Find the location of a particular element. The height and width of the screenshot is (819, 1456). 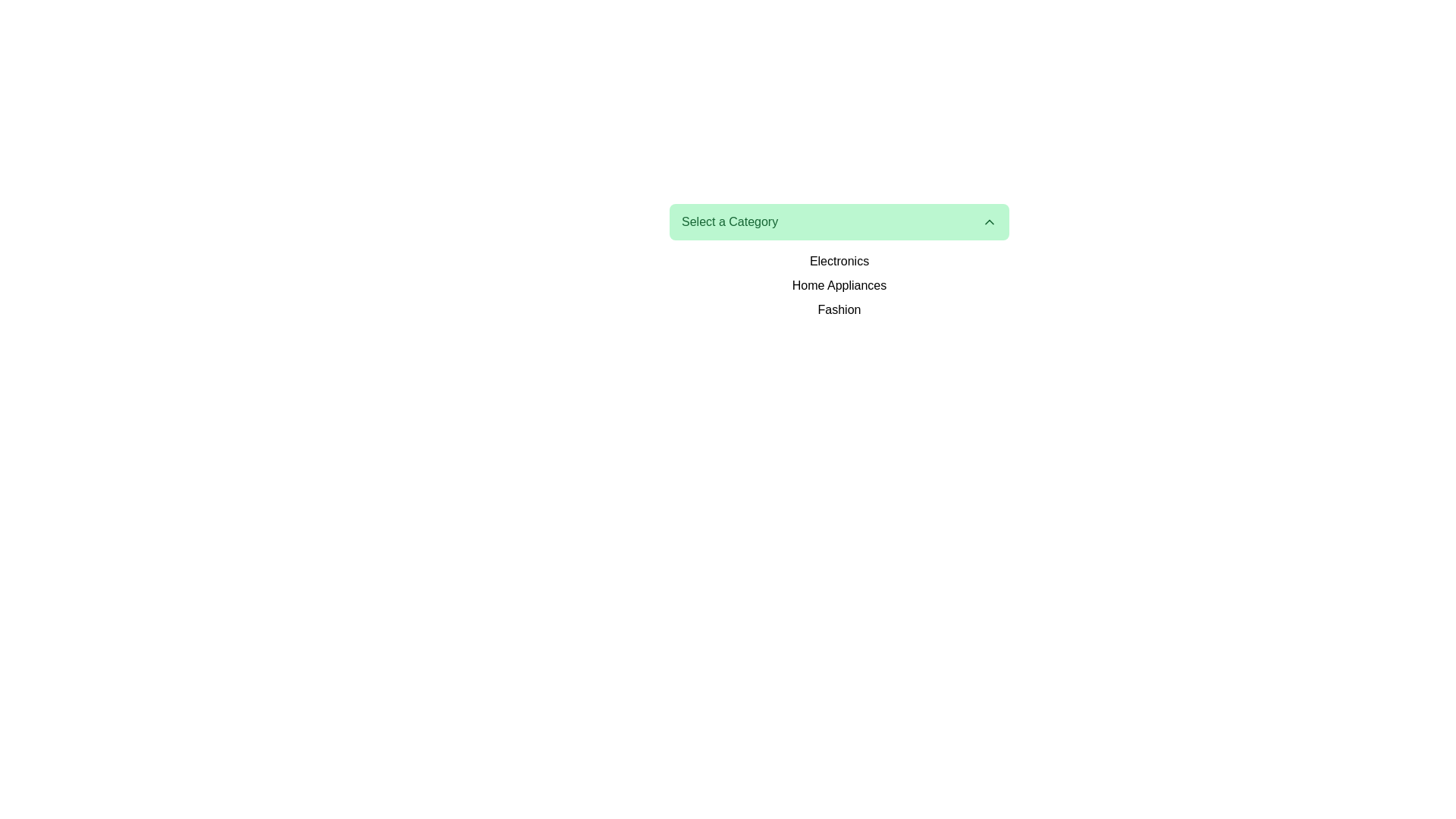

to select the 'Electronics' category from the dropdown menu located beneath the 'Select a Category' label is located at coordinates (839, 259).